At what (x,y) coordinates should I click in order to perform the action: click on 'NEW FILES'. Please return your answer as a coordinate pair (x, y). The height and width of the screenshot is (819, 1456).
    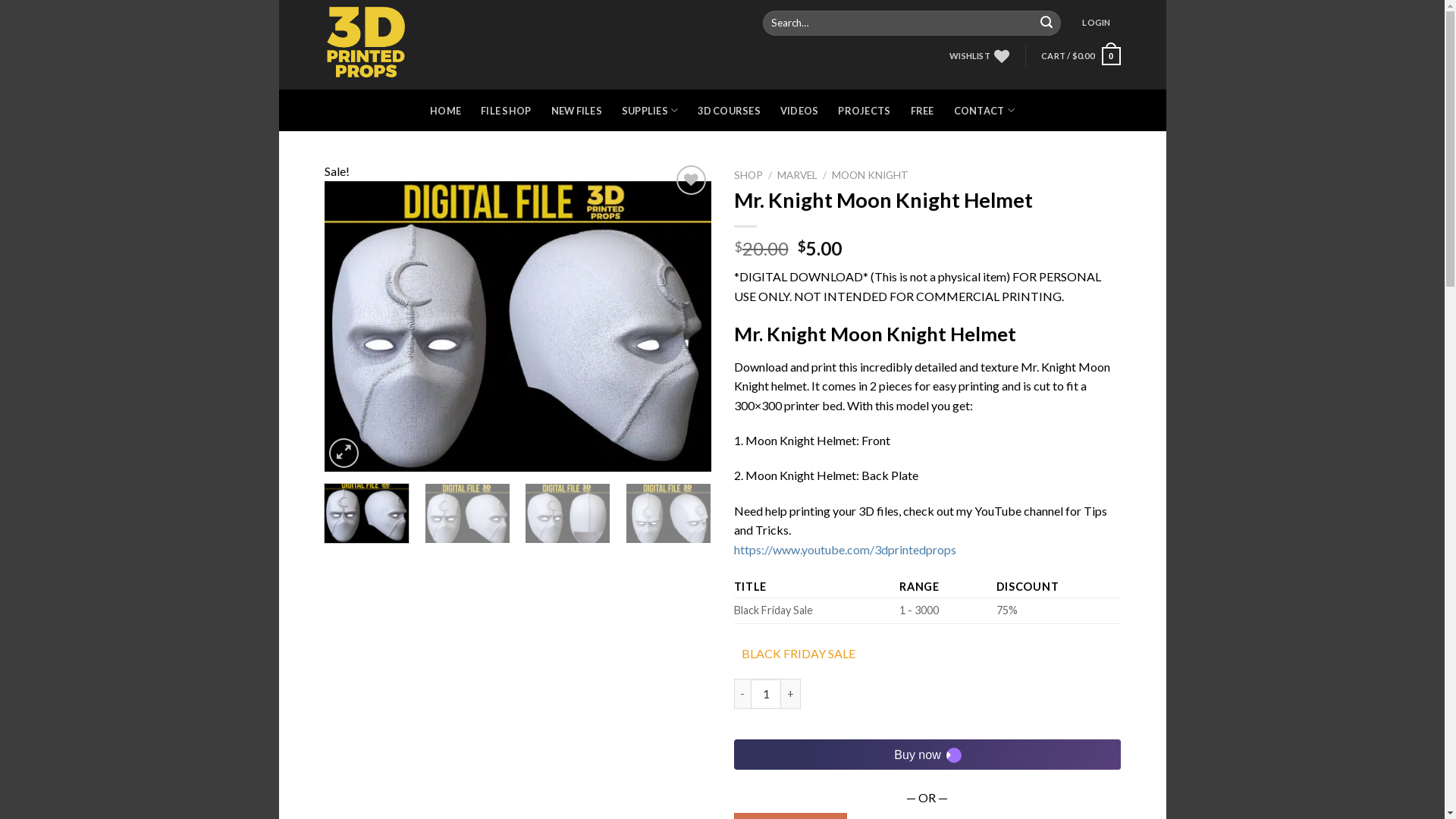
    Looking at the image, I should click on (576, 110).